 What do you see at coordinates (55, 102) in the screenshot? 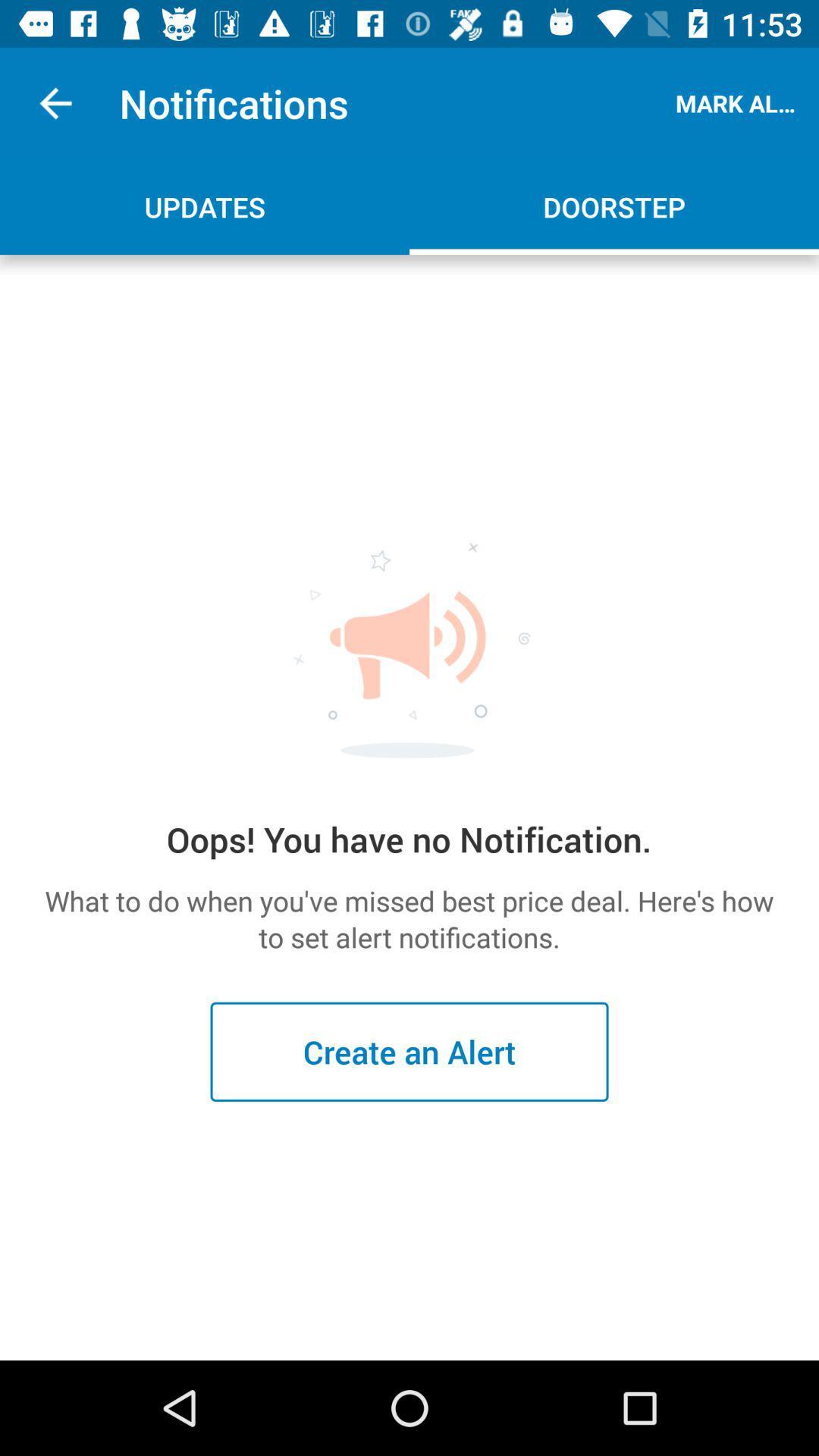
I see `the icon above the updates icon` at bounding box center [55, 102].